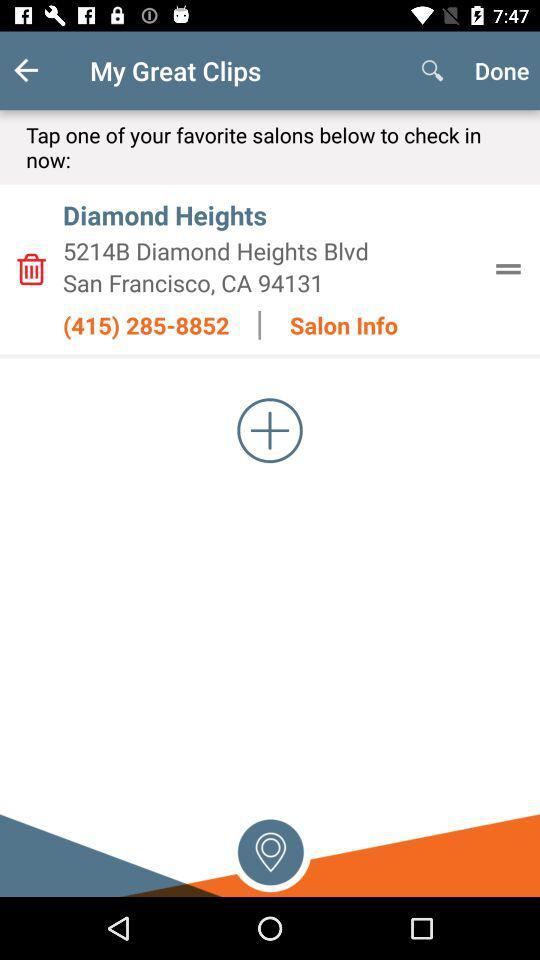 The height and width of the screenshot is (960, 540). I want to click on app next to the my great clips item, so click(42, 70).